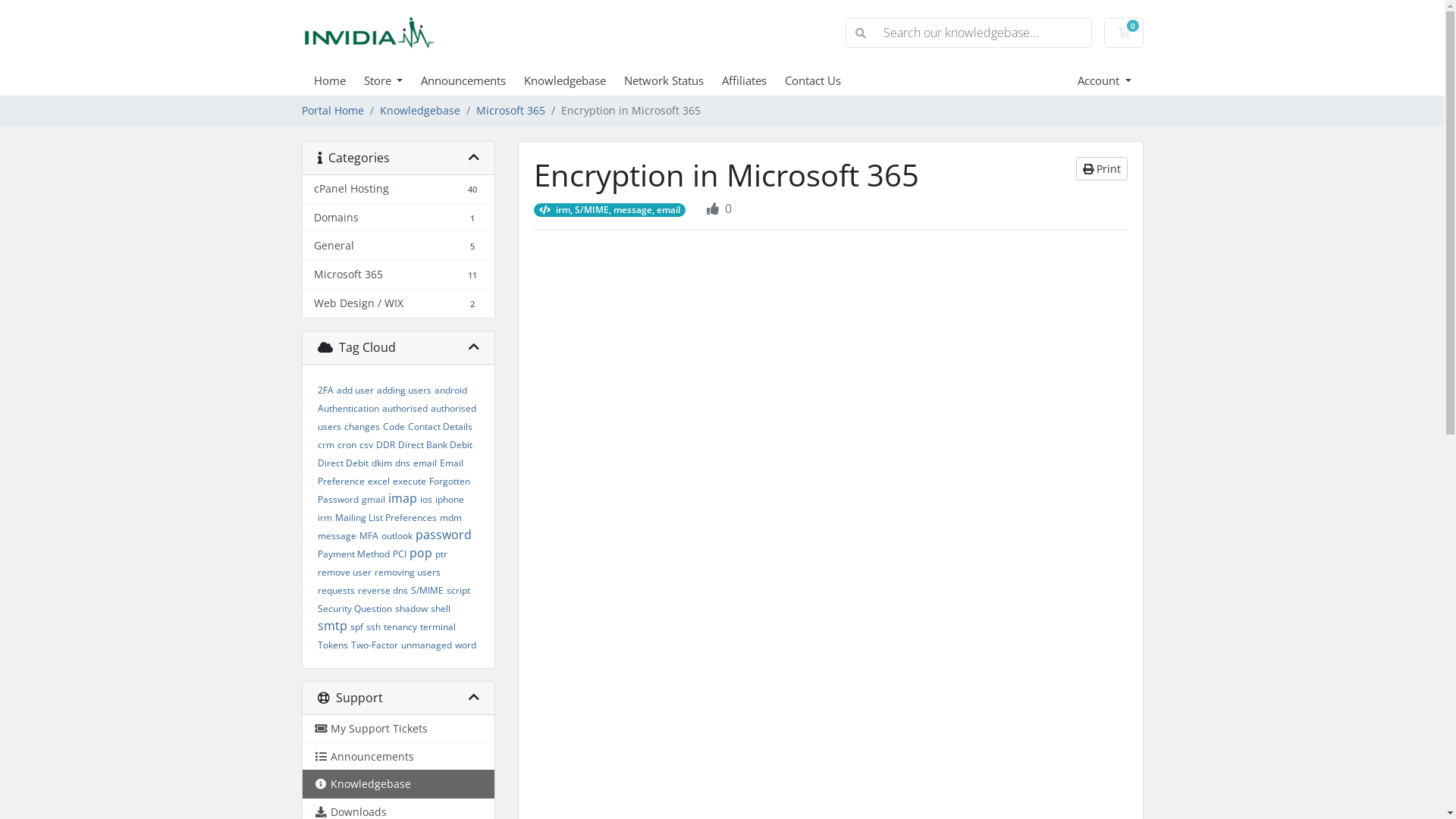 The width and height of the screenshot is (1456, 819). What do you see at coordinates (366, 444) in the screenshot?
I see `'csv'` at bounding box center [366, 444].